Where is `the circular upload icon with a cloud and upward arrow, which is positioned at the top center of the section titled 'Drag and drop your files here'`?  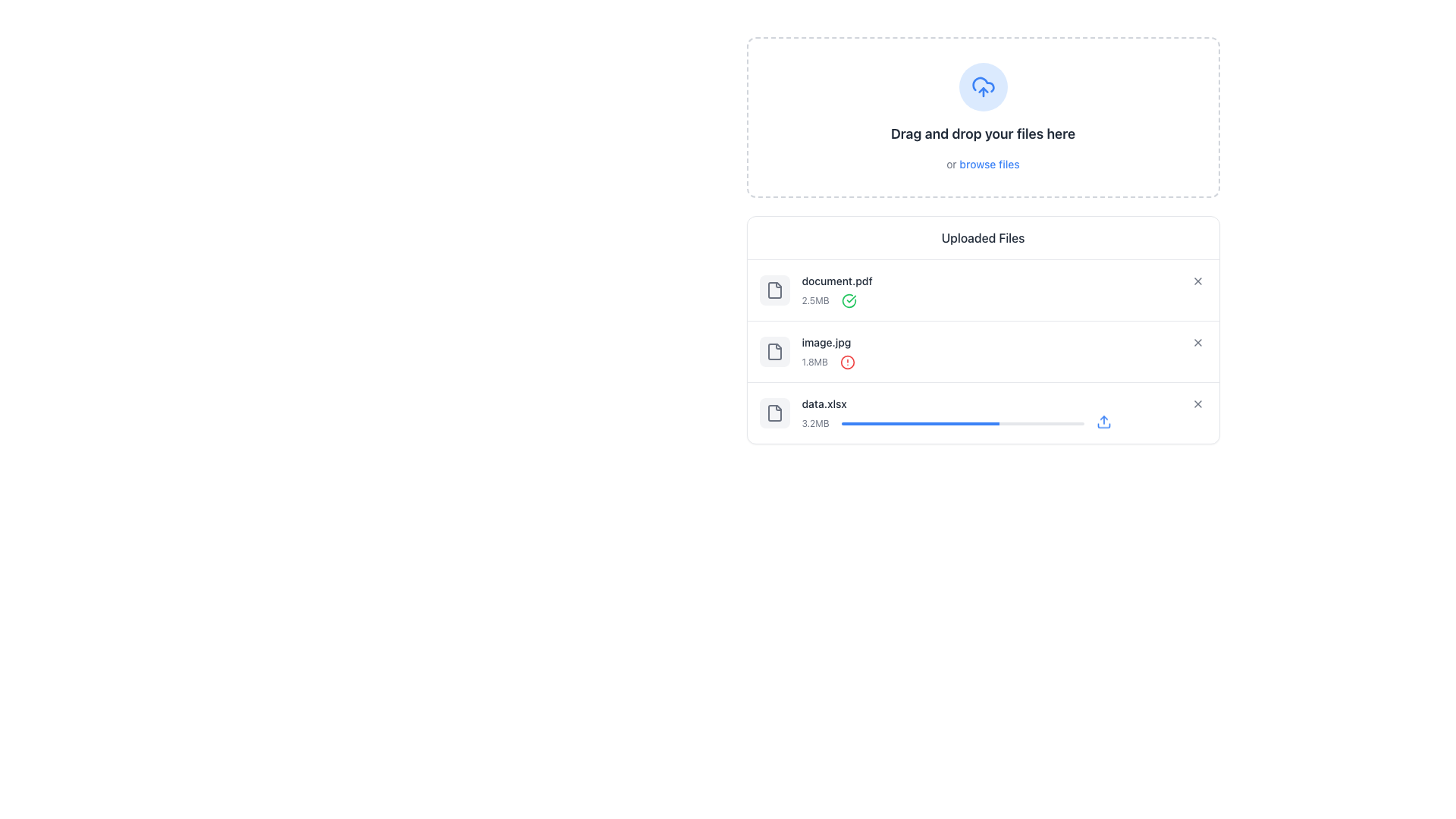 the circular upload icon with a cloud and upward arrow, which is positioned at the top center of the section titled 'Drag and drop your files here' is located at coordinates (983, 87).